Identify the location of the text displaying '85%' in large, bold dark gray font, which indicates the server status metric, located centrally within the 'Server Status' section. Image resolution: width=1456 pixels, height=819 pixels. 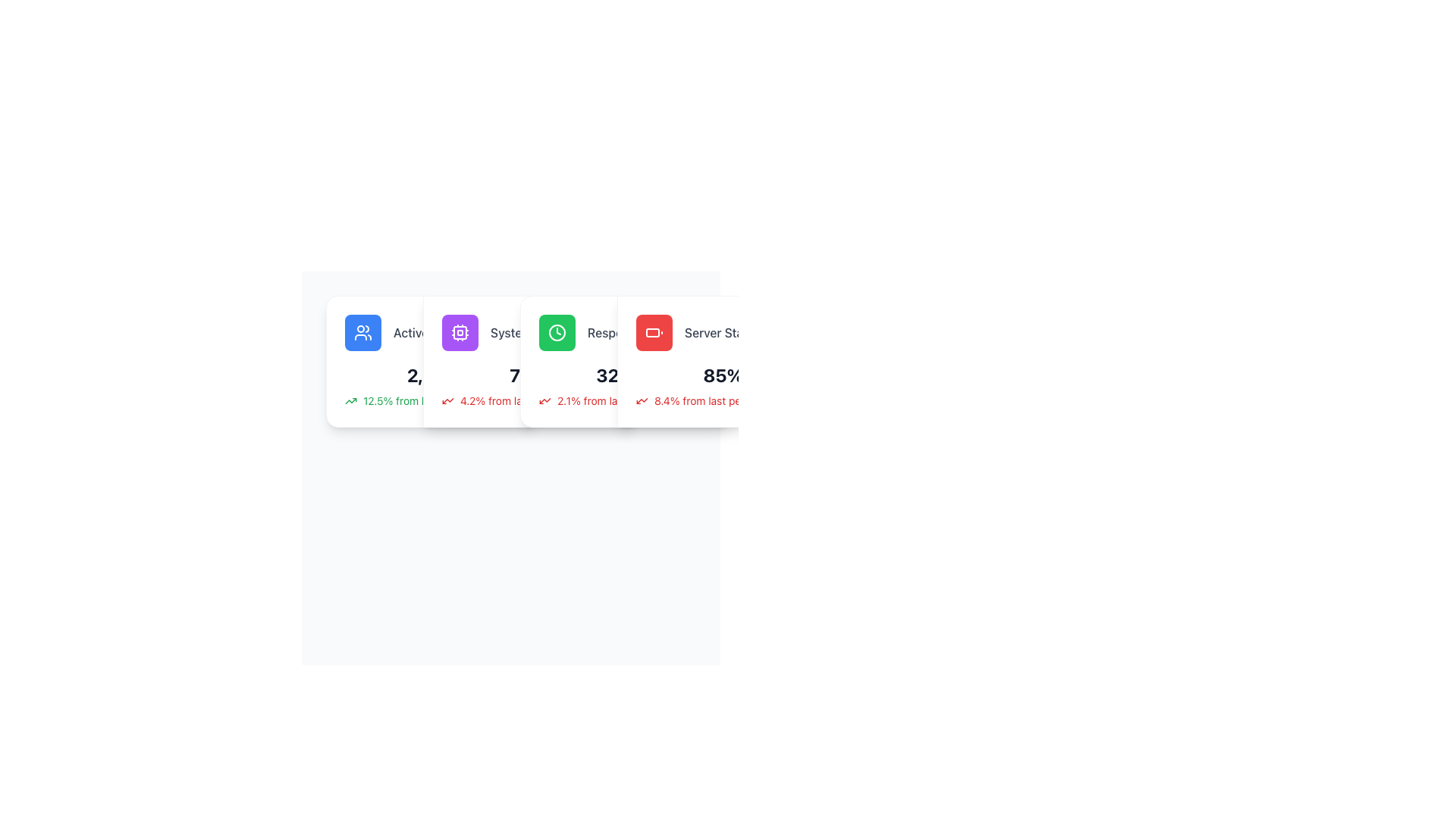
(723, 375).